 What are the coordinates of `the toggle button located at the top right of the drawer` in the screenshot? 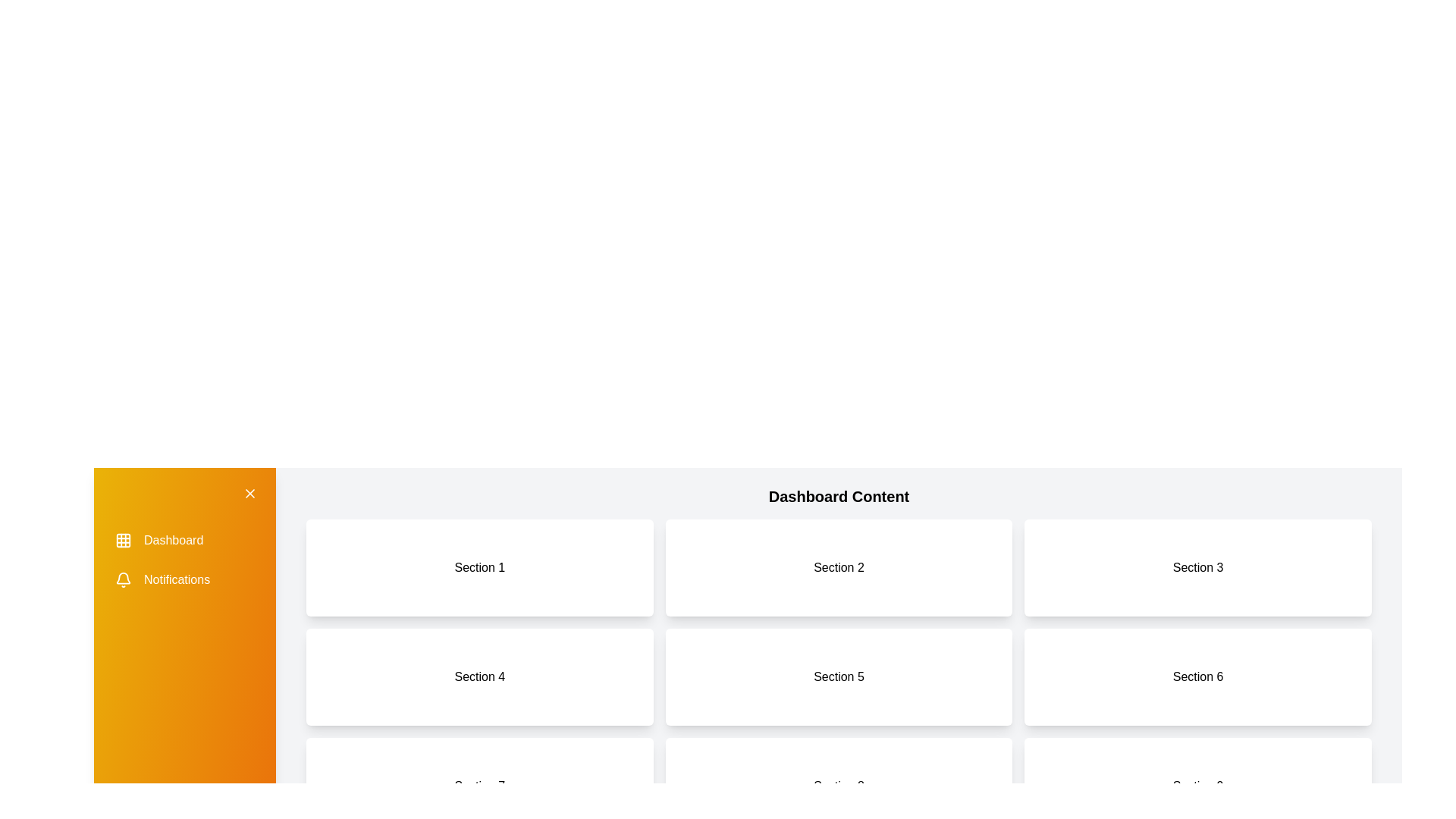 It's located at (250, 494).